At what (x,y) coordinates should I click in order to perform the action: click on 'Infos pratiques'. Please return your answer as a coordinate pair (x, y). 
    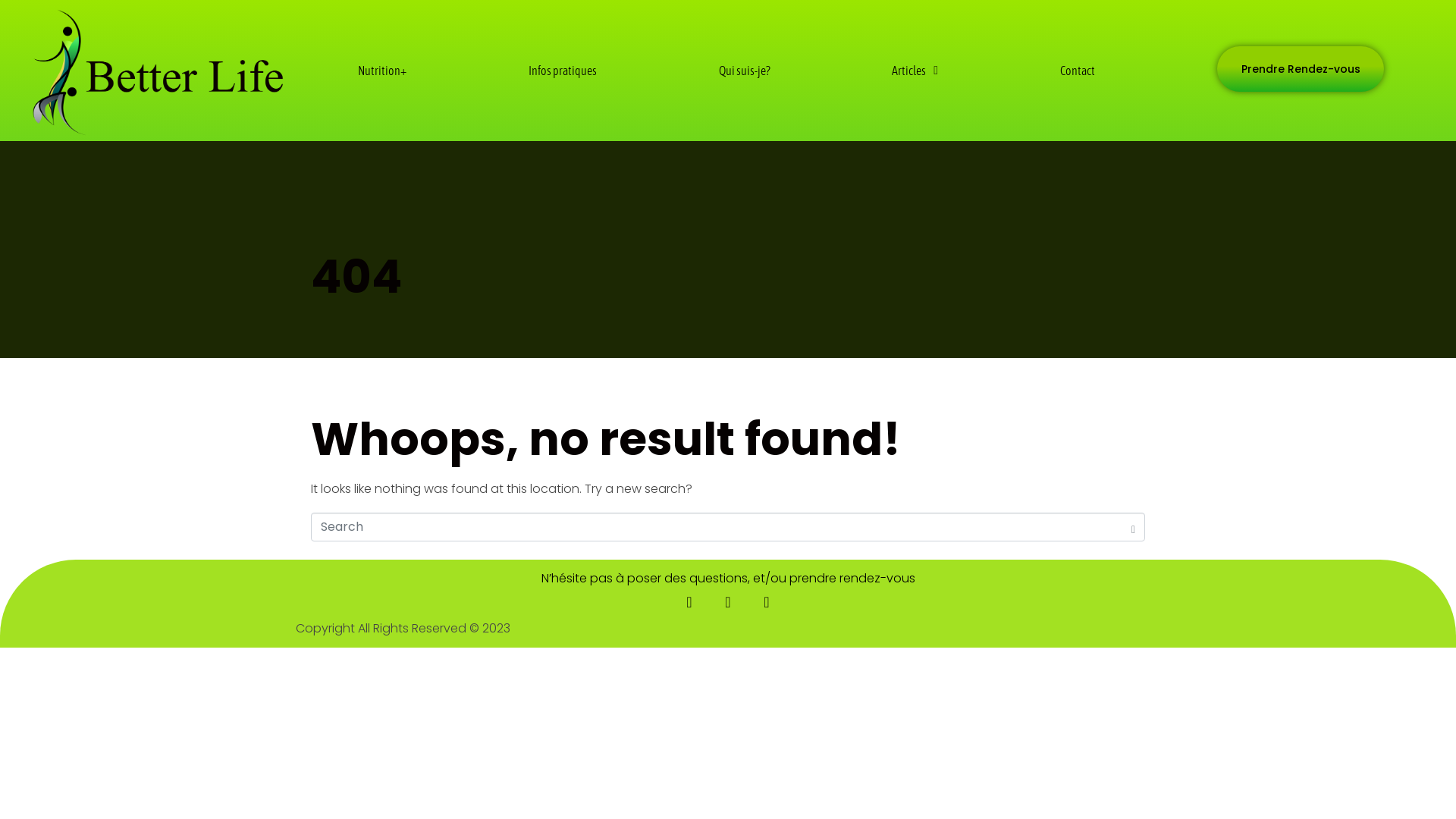
    Looking at the image, I should click on (562, 70).